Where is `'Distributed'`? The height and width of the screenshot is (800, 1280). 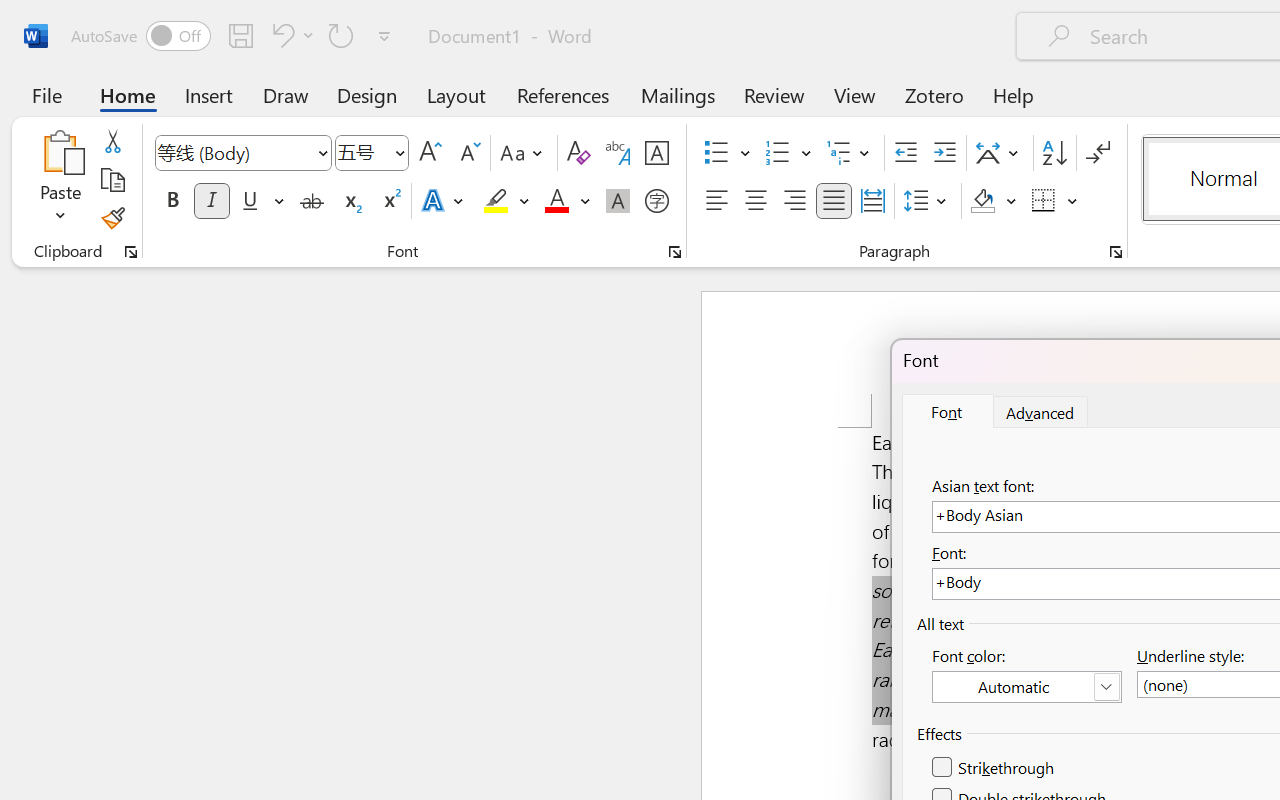 'Distributed' is located at coordinates (872, 201).